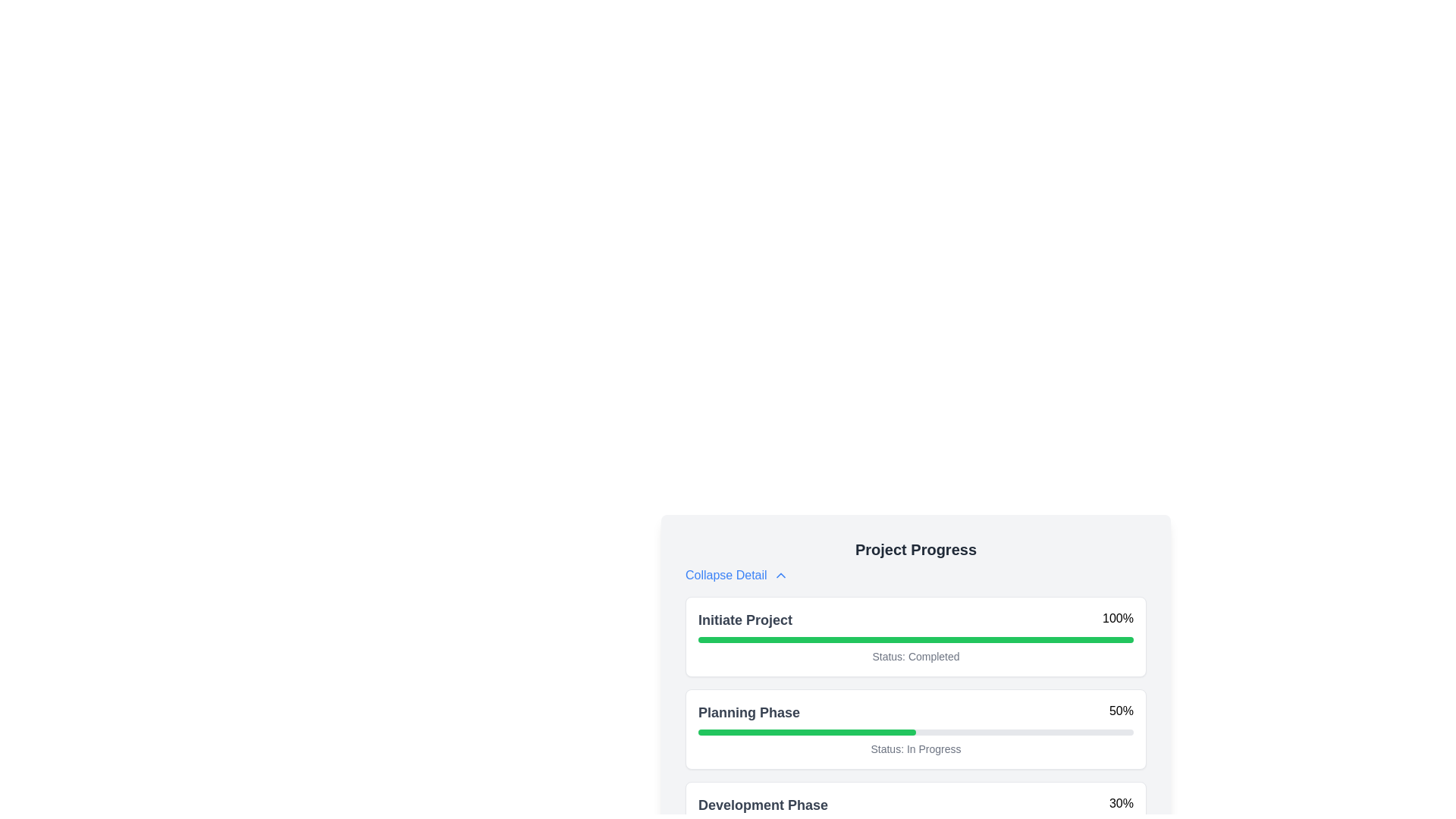  Describe the element at coordinates (915, 748) in the screenshot. I see `the text label that reads 'Status: In Progress,' which is styled with a small font size and gray color, located below the progress bar within the 'Planning Phase' card` at that location.